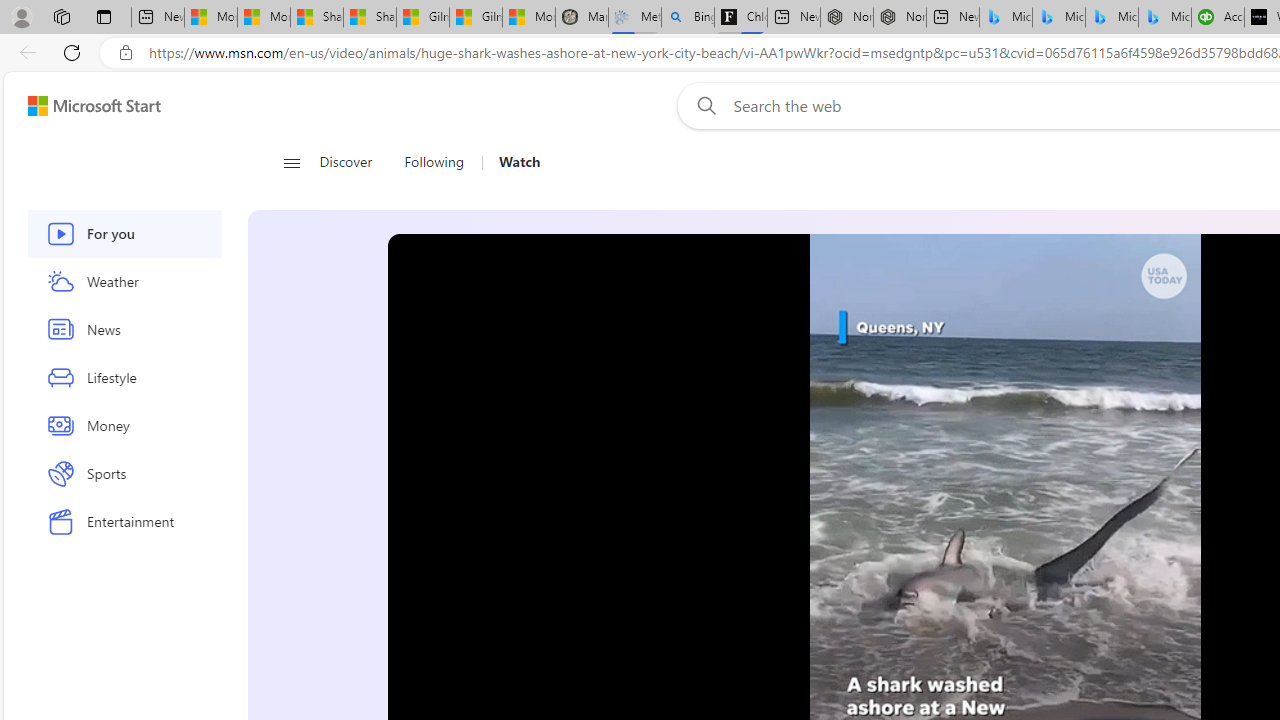  Describe the element at coordinates (898, 17) in the screenshot. I see `'Nordace - #1 Japanese Best-Seller - Siena Smart Backpack'` at that location.